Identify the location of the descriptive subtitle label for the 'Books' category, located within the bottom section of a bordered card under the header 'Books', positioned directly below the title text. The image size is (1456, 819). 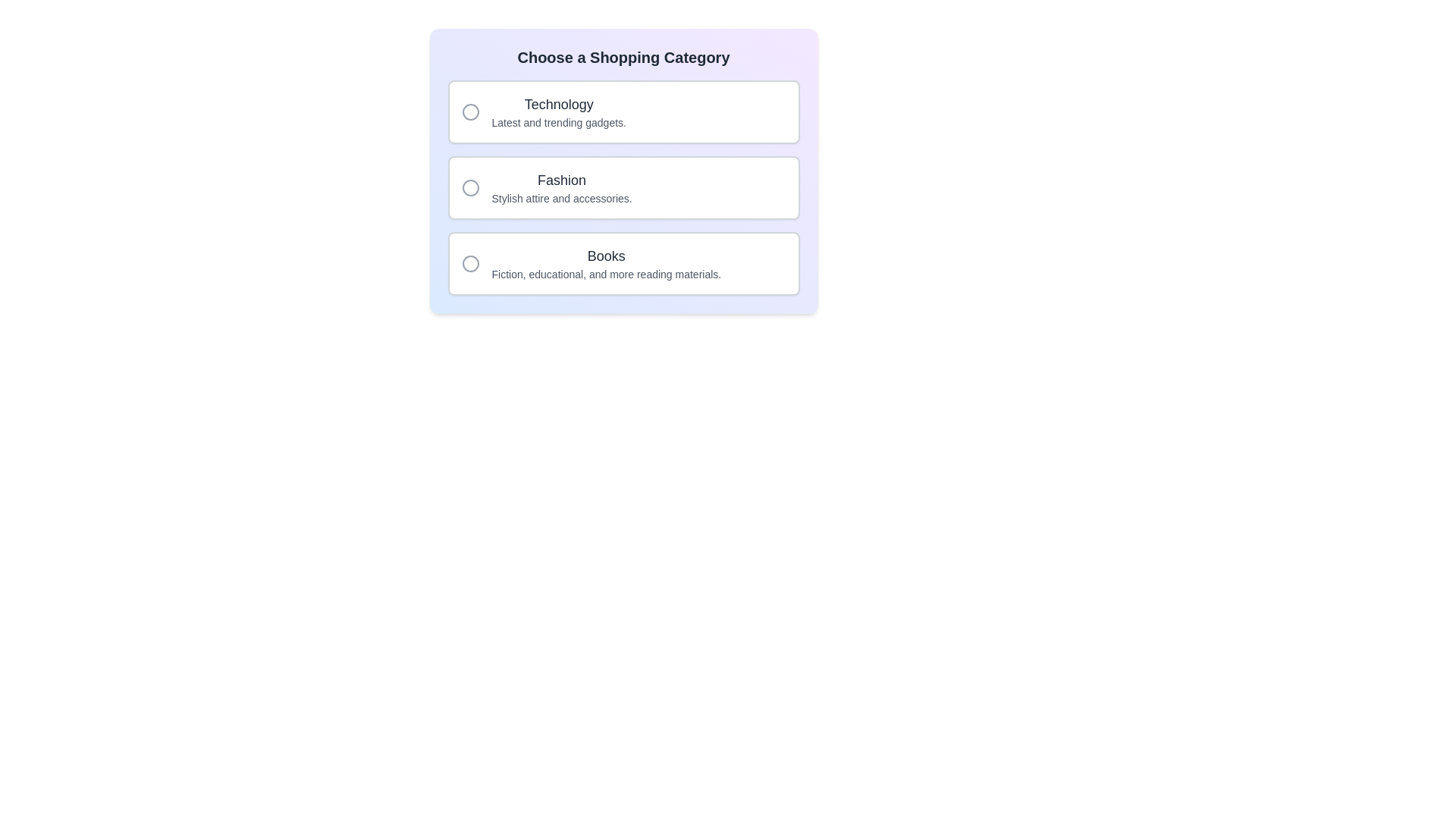
(605, 275).